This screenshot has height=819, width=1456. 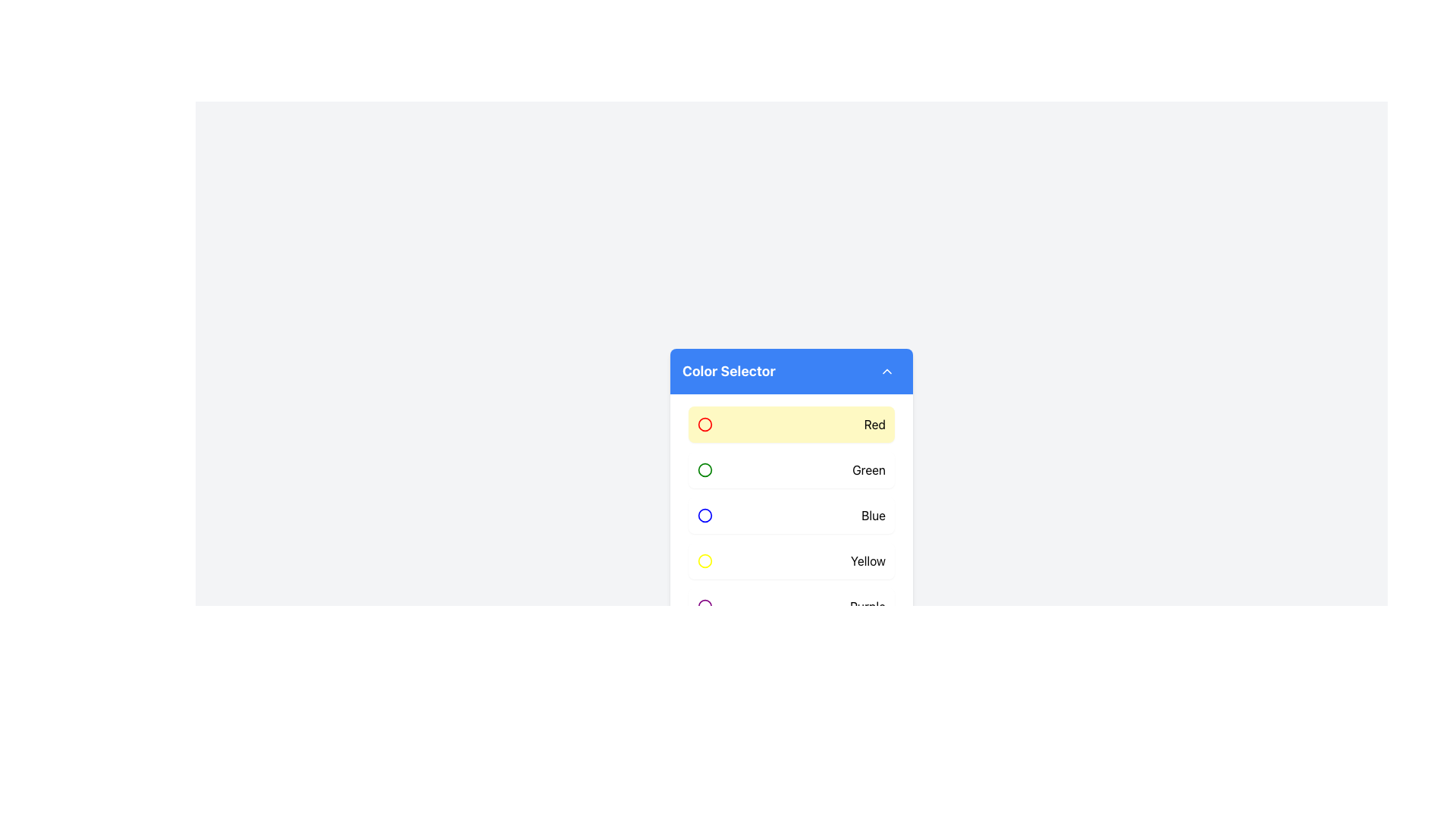 What do you see at coordinates (729, 371) in the screenshot?
I see `the 'Color Selector' header label, which is displayed in a bold, large white font on a blue background, located at the upper-left portion of the selection interface` at bounding box center [729, 371].